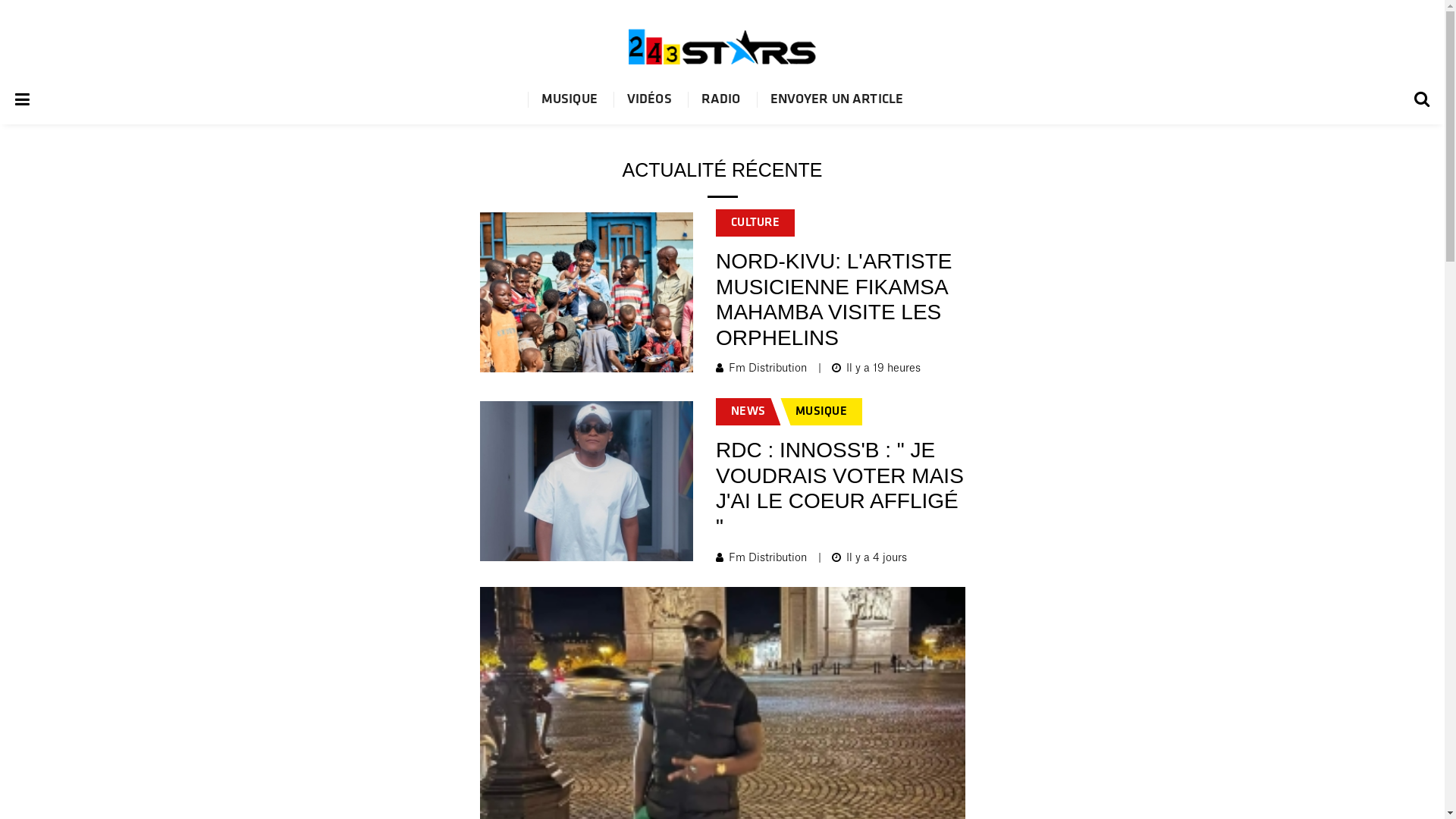 This screenshot has height=819, width=1456. What do you see at coordinates (568, 99) in the screenshot?
I see `'MUSIQUE'` at bounding box center [568, 99].